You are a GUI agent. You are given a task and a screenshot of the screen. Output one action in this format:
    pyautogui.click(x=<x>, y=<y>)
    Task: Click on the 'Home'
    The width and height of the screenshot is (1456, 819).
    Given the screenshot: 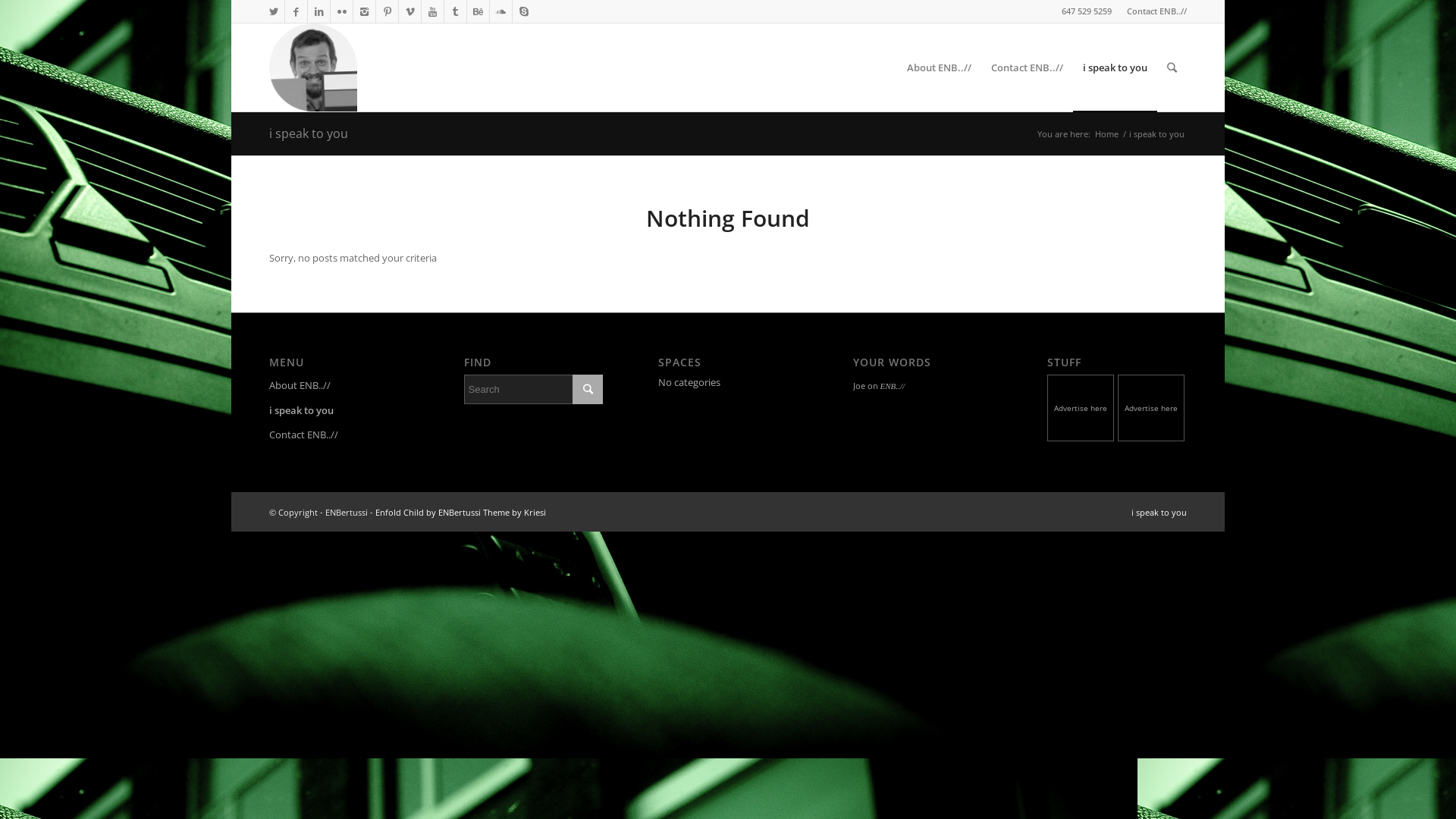 What is the action you would take?
    pyautogui.click(x=1106, y=133)
    